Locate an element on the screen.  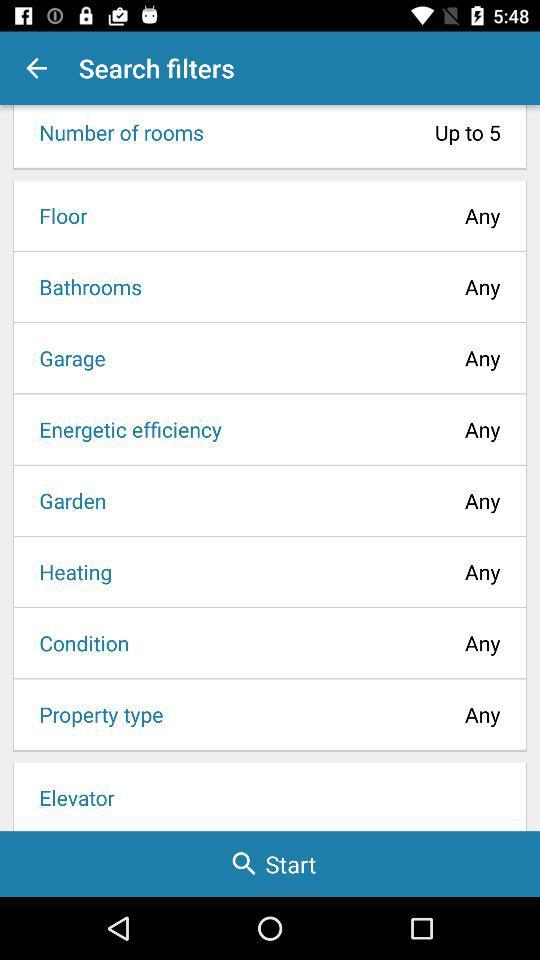
item to the left of the up to 5 item is located at coordinates (115, 131).